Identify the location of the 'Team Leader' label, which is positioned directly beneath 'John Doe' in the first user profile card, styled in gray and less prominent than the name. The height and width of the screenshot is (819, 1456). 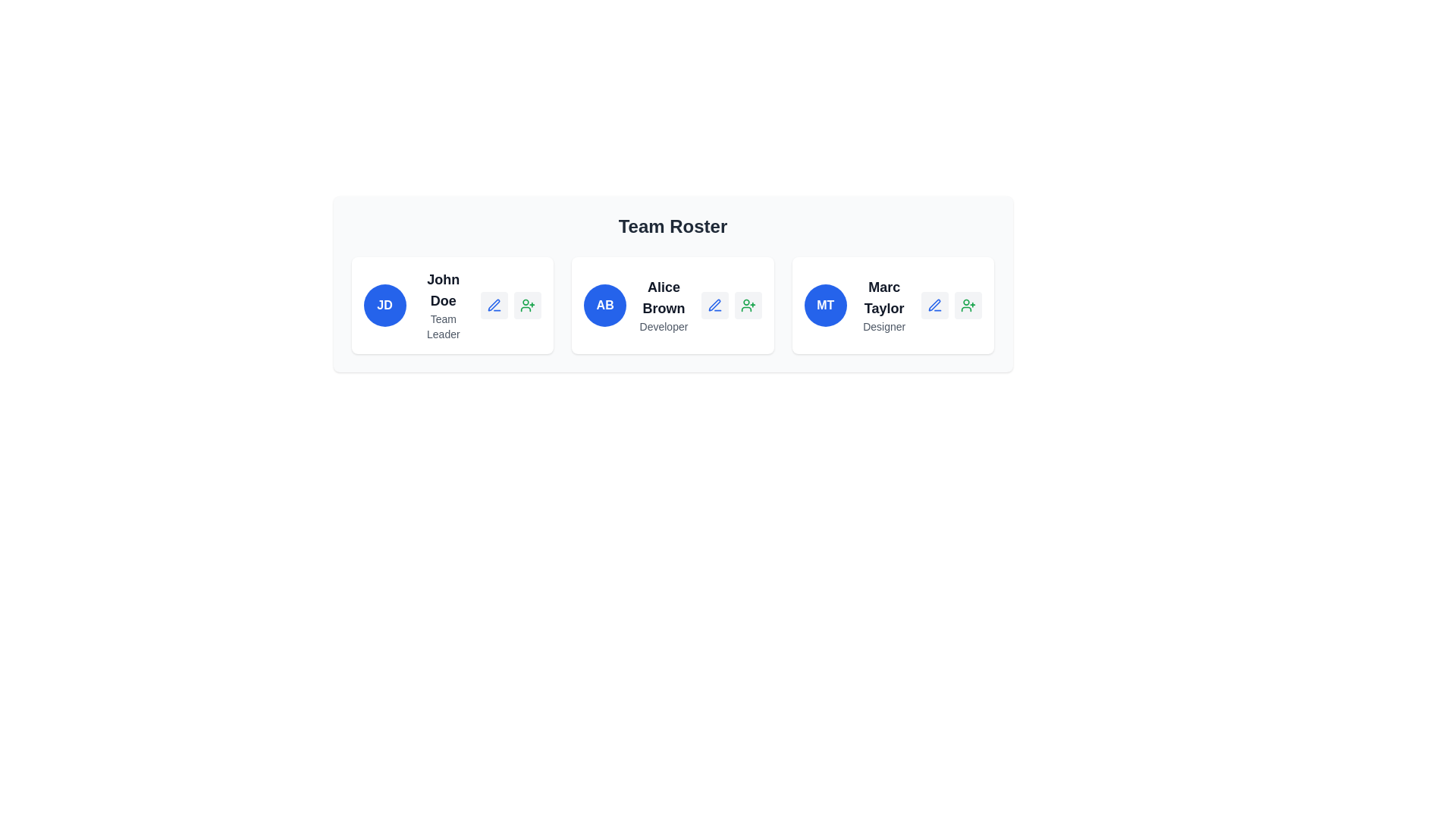
(442, 326).